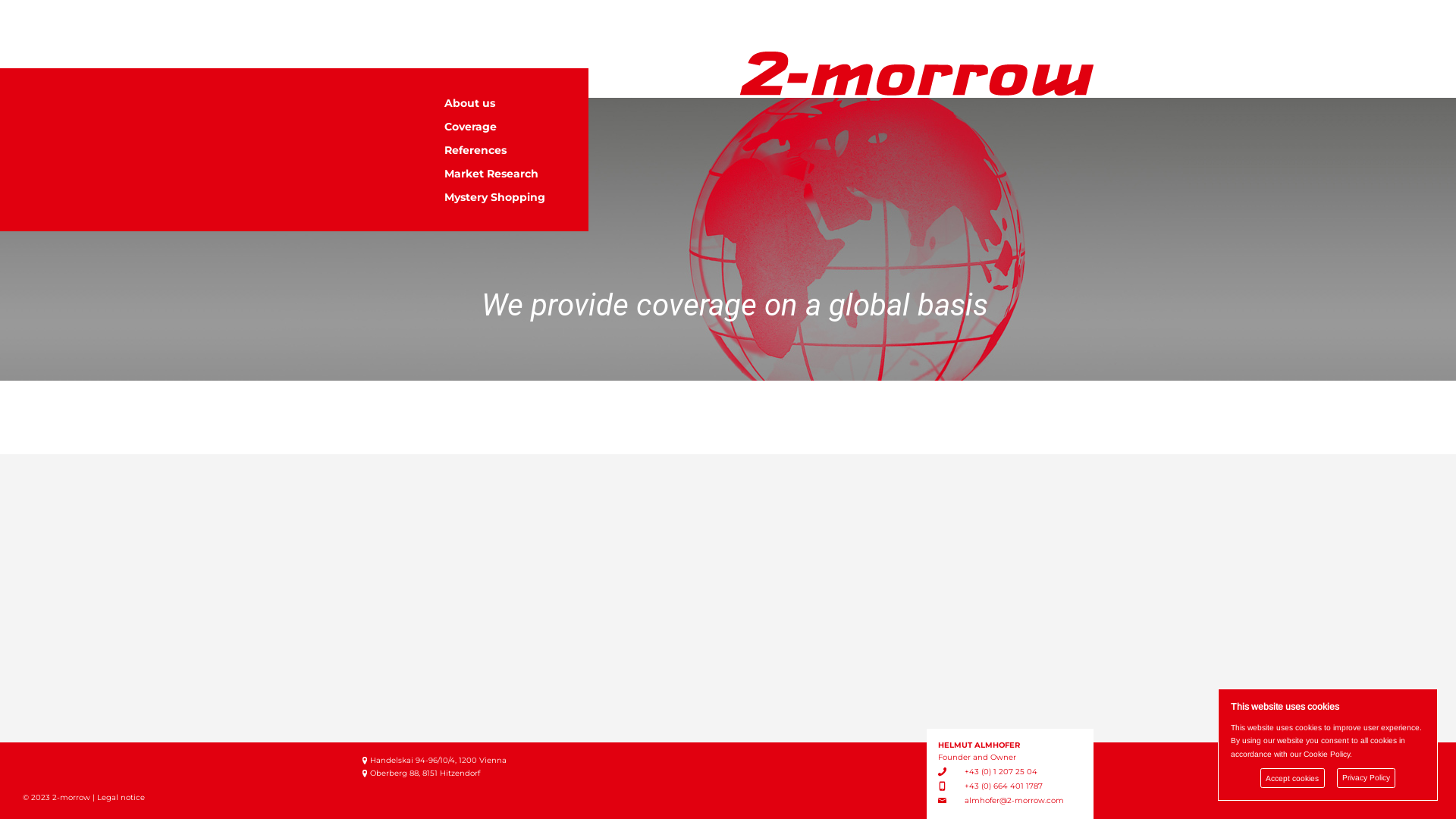 This screenshot has height=819, width=1456. I want to click on 'Coverage', so click(422, 125).